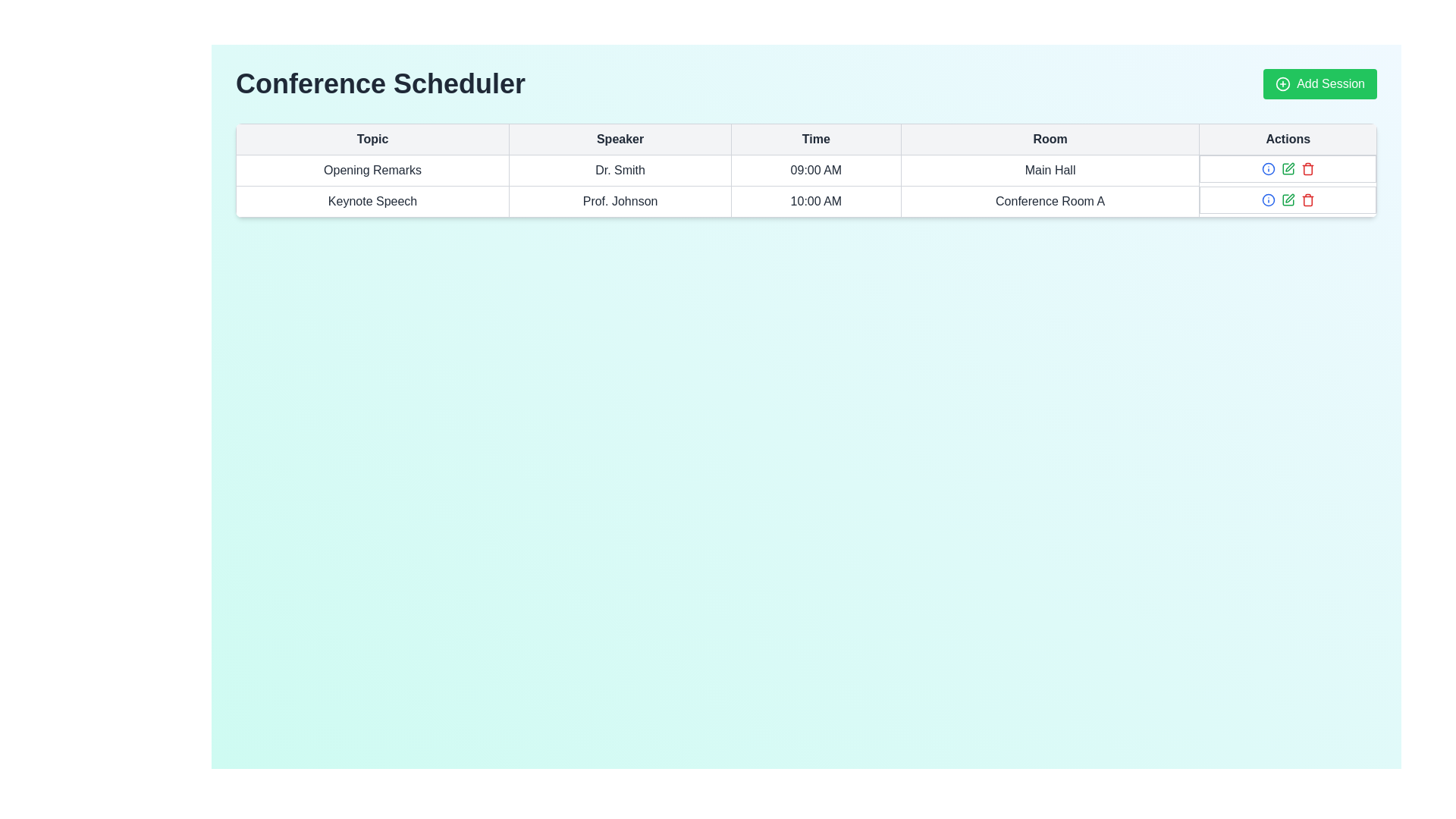 The image size is (1456, 819). I want to click on the hollow circular SVG element located in the 'Actions' column of the second row, corresponding to the session 'Keynote Speech.', so click(1268, 169).